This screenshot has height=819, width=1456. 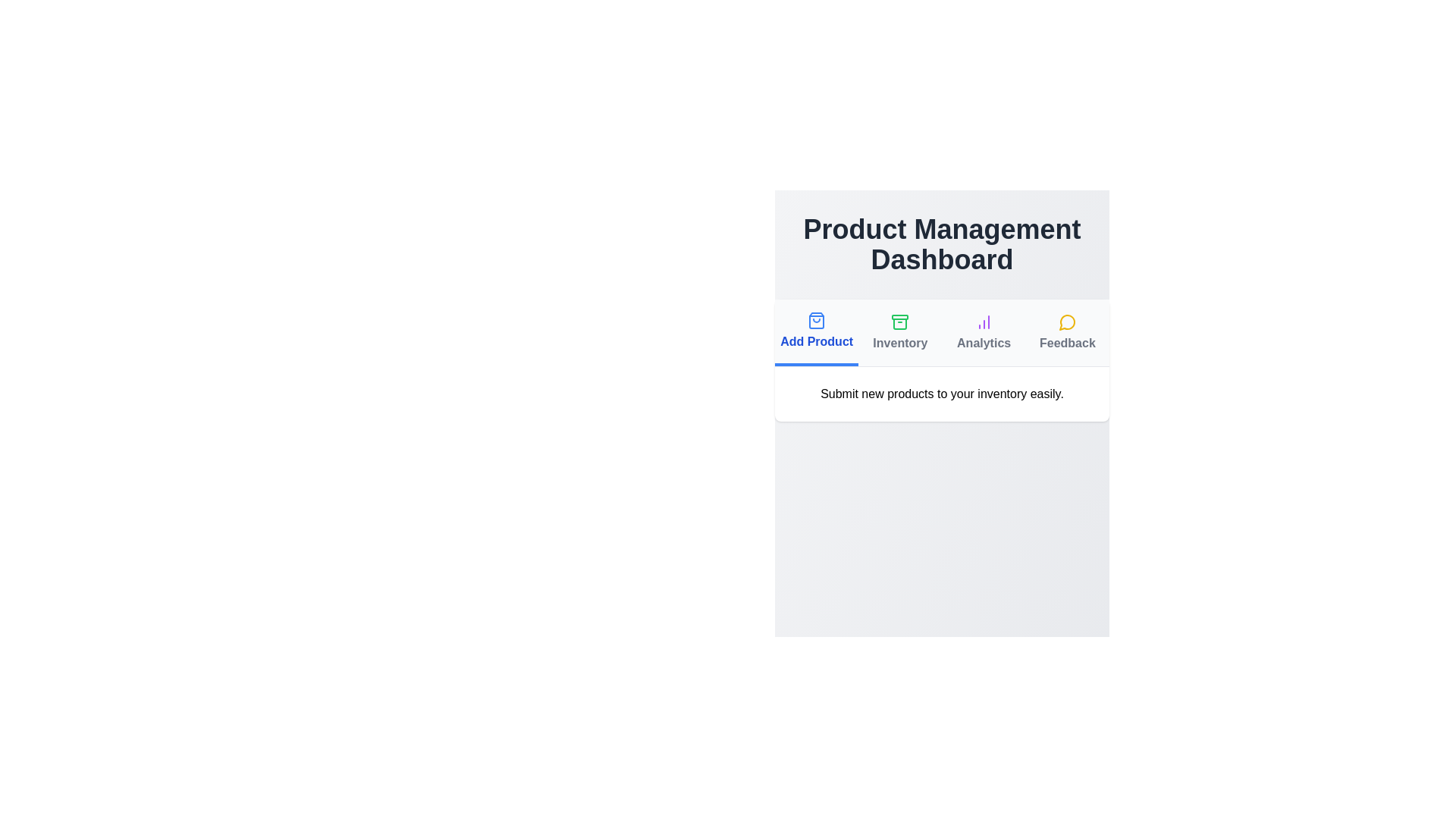 I want to click on the text element that says 'Submit new products to your inventory easily.' which is prominently displayed in a standard sans-serif font beneath the navigation tabs, so click(x=941, y=394).